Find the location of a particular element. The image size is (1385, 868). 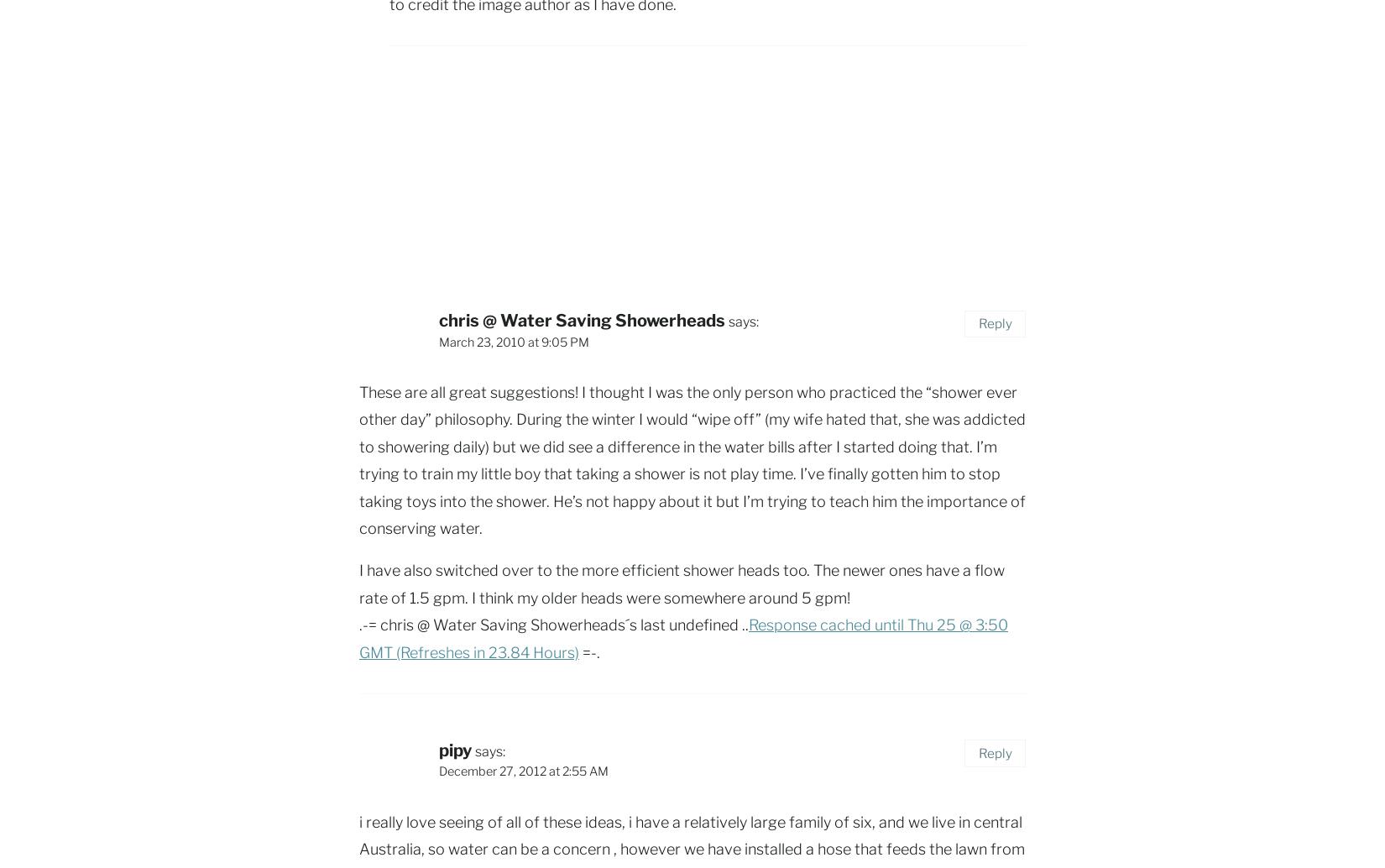

'.-= chris @ Water Saving Showerheads´s last undefined ..' is located at coordinates (553, 625).